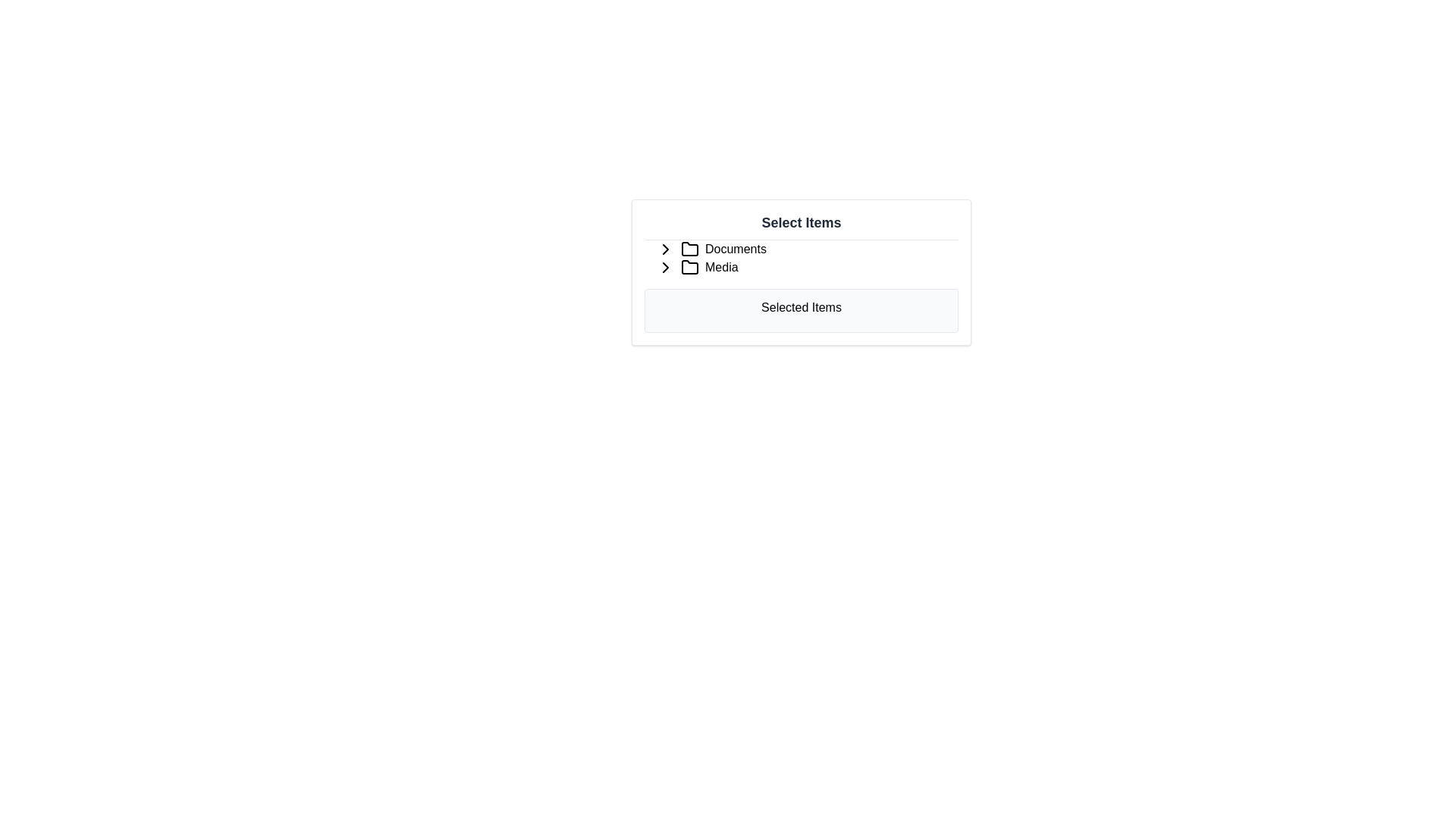 This screenshot has height=819, width=1456. What do you see at coordinates (689, 267) in the screenshot?
I see `the folder icon located to the left of the 'Media' label and to the right of the arrow icon` at bounding box center [689, 267].